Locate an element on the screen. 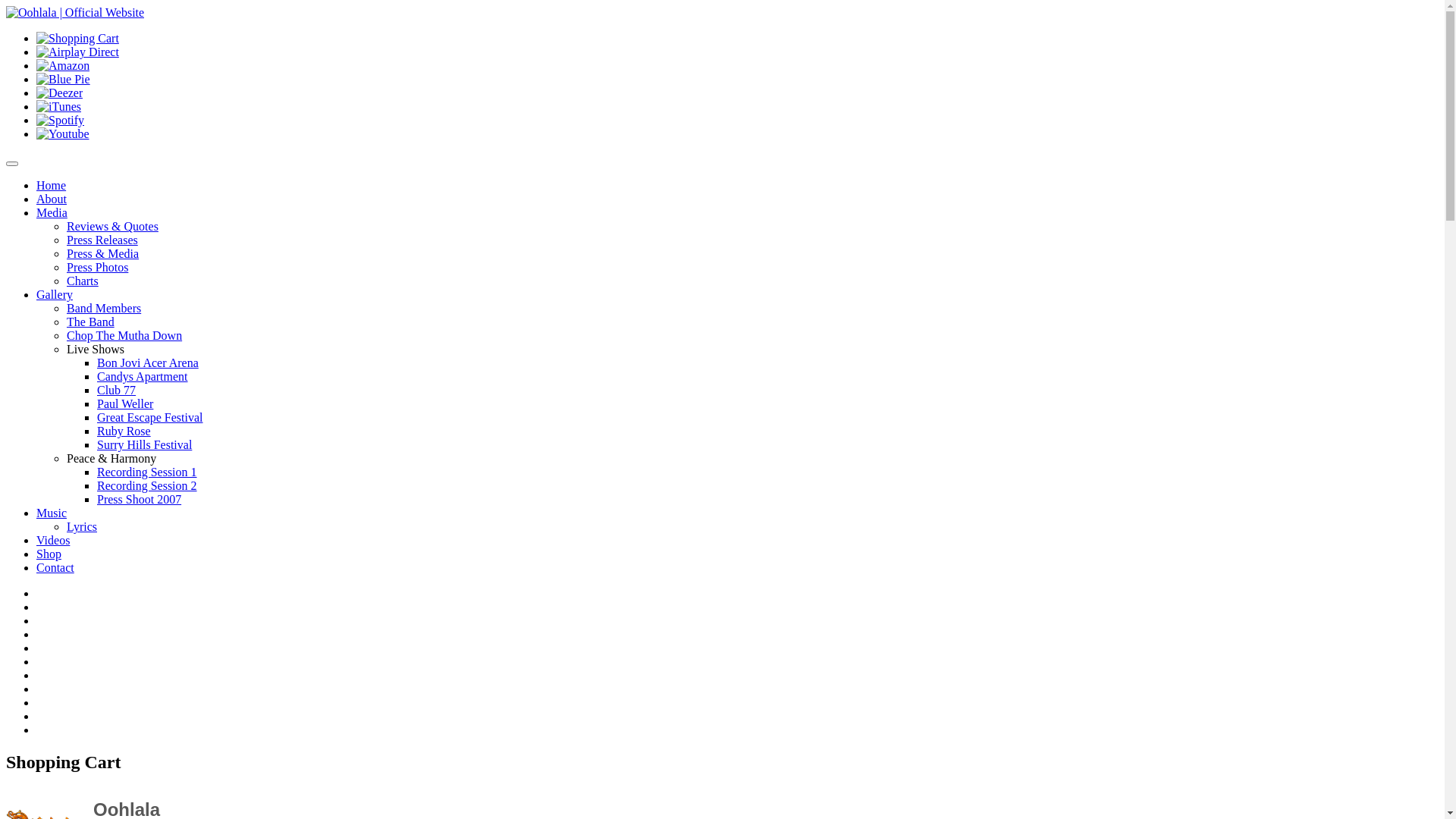 Image resolution: width=1456 pixels, height=819 pixels. 'The Band' is located at coordinates (89, 321).